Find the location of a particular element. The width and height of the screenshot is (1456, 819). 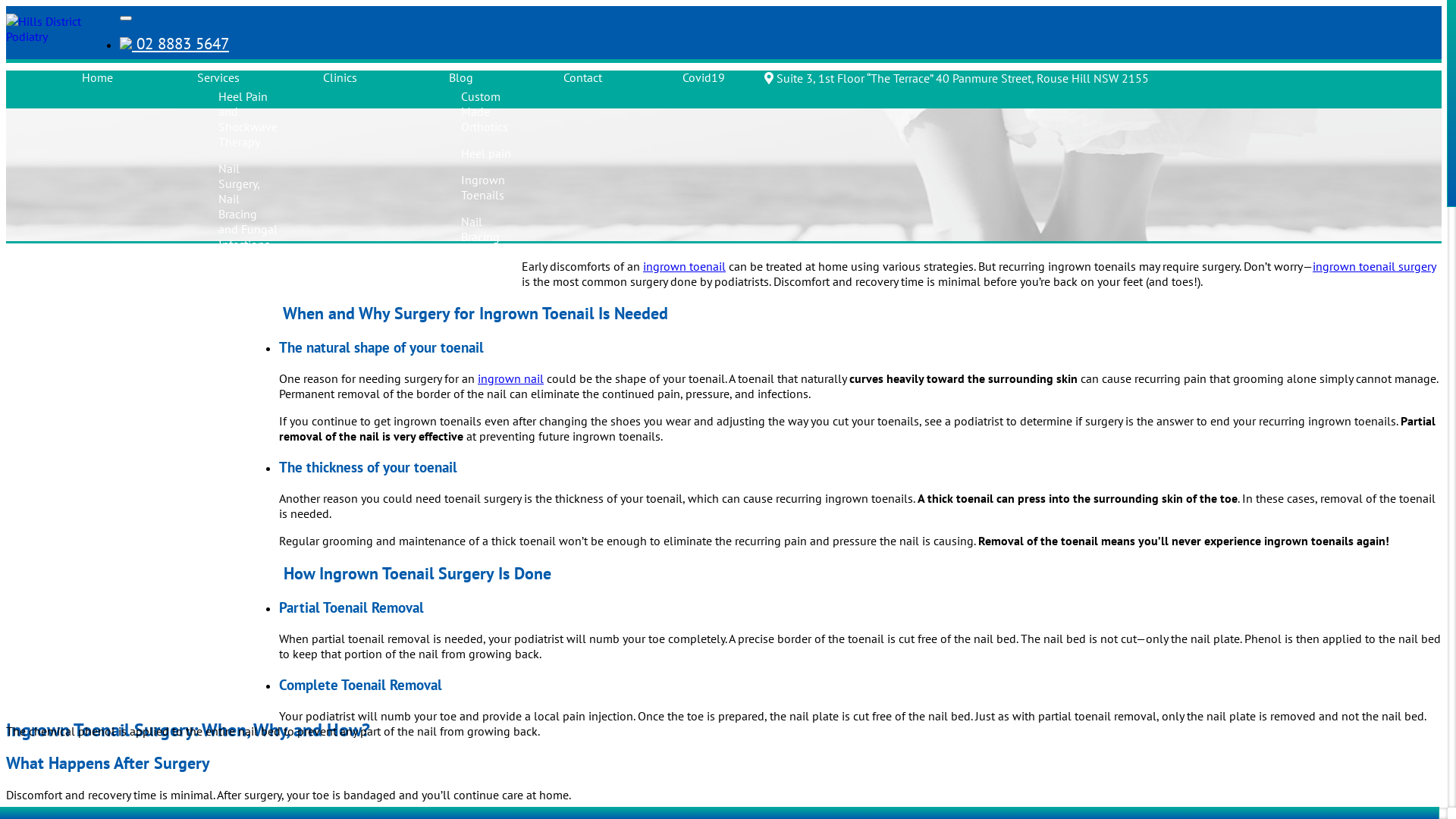

'Nail Bracing' is located at coordinates (479, 228).